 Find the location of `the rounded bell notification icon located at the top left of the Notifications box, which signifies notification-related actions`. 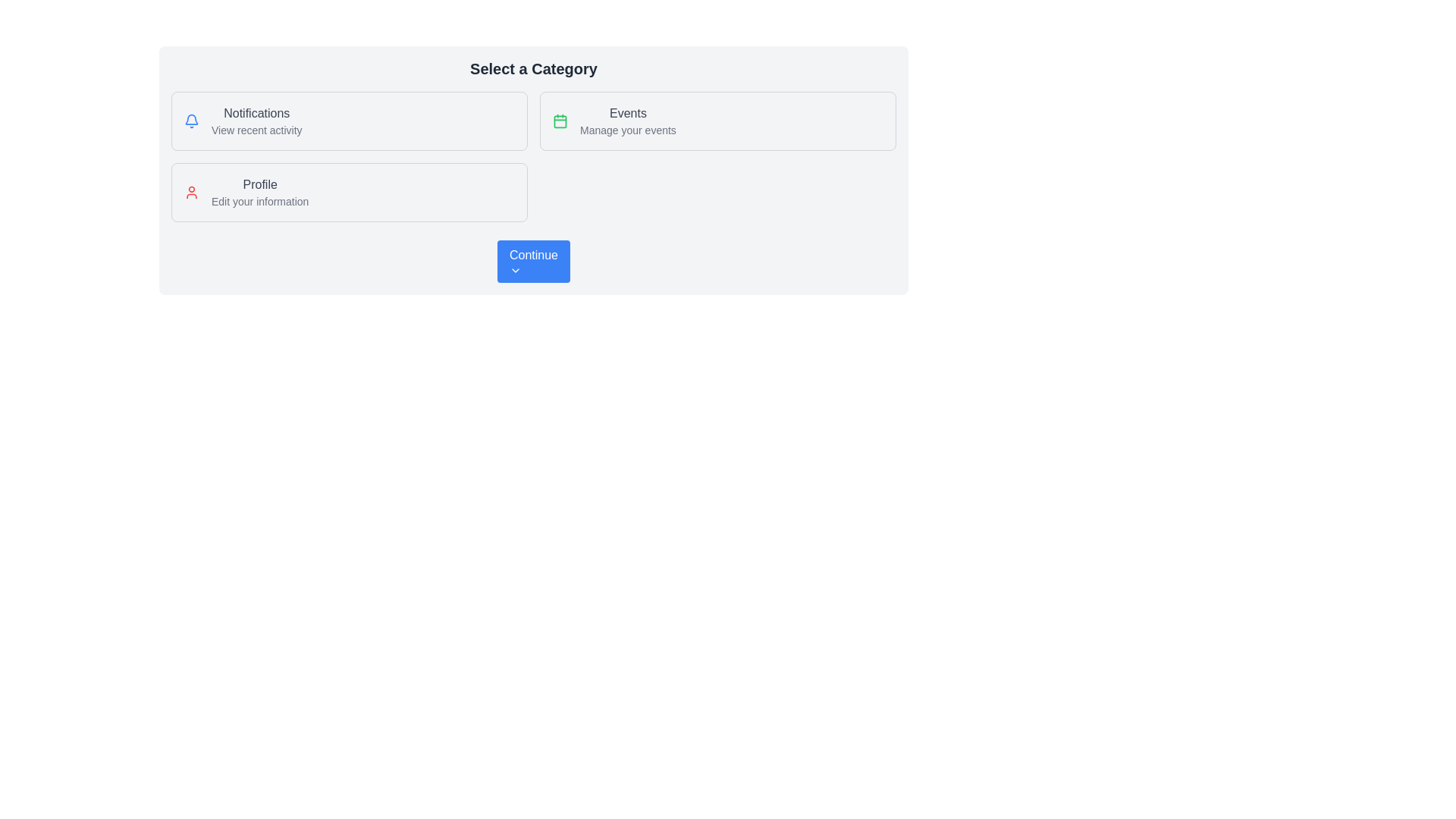

the rounded bell notification icon located at the top left of the Notifications box, which signifies notification-related actions is located at coordinates (191, 118).